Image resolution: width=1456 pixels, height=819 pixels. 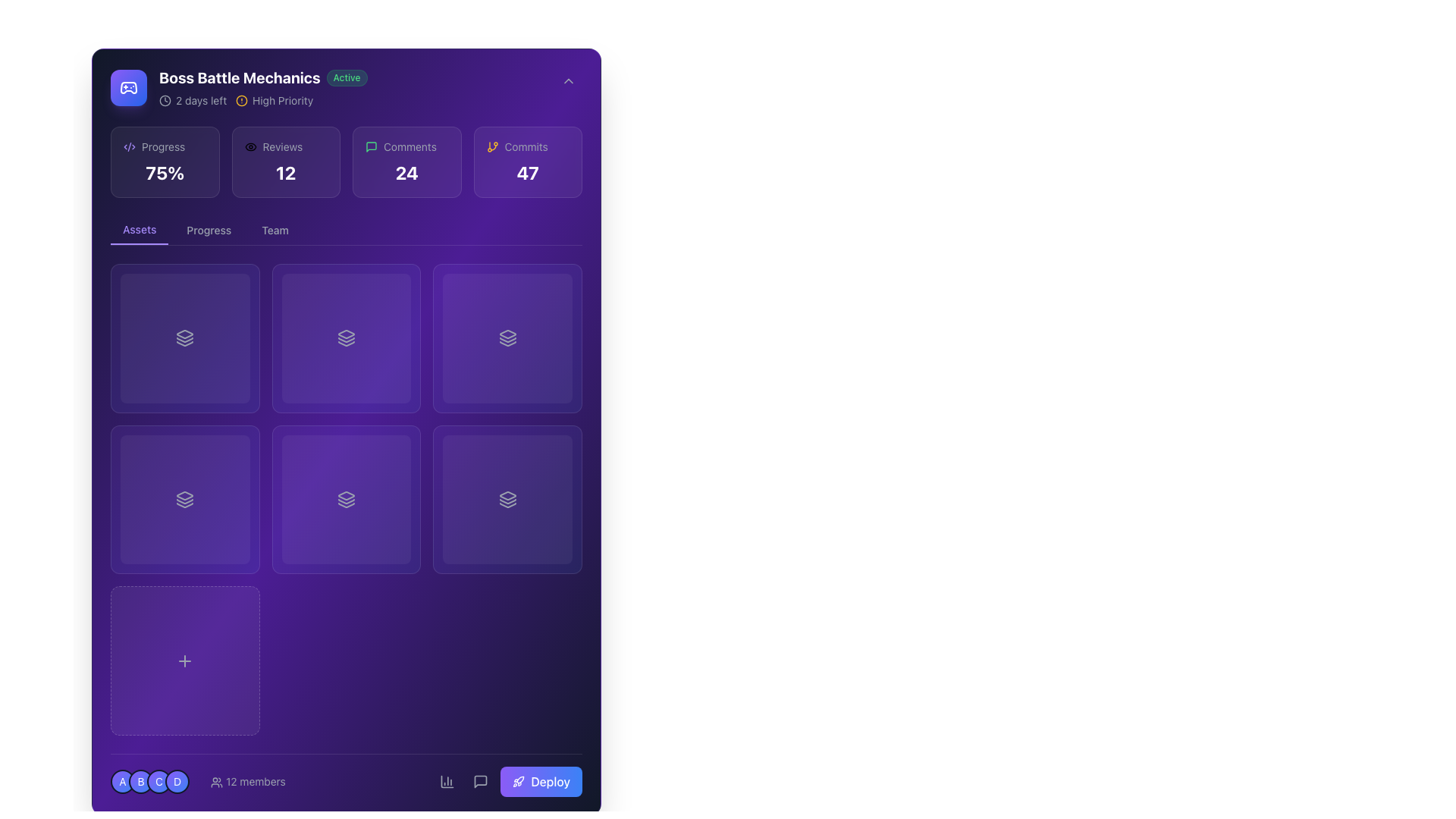 I want to click on the alert icon indicating 'High Priority' status located at the beginning of the label in the top-left corner of the application interface, so click(x=241, y=100).